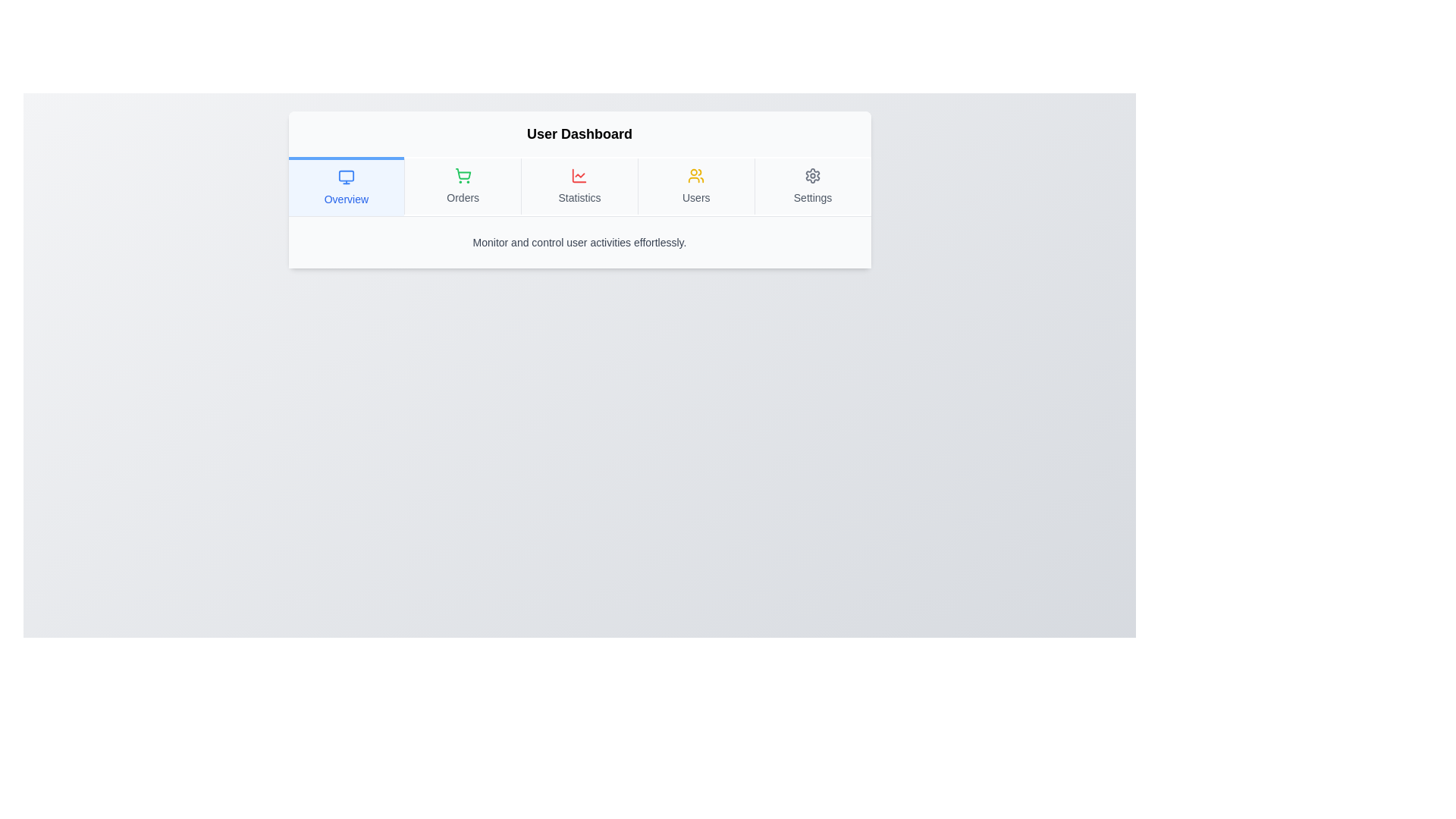  What do you see at coordinates (345, 177) in the screenshot?
I see `the 'Overview' icon located in the top row of tabs on the user interface, which visually represents the 'Overview' section of options within the dashboard` at bounding box center [345, 177].